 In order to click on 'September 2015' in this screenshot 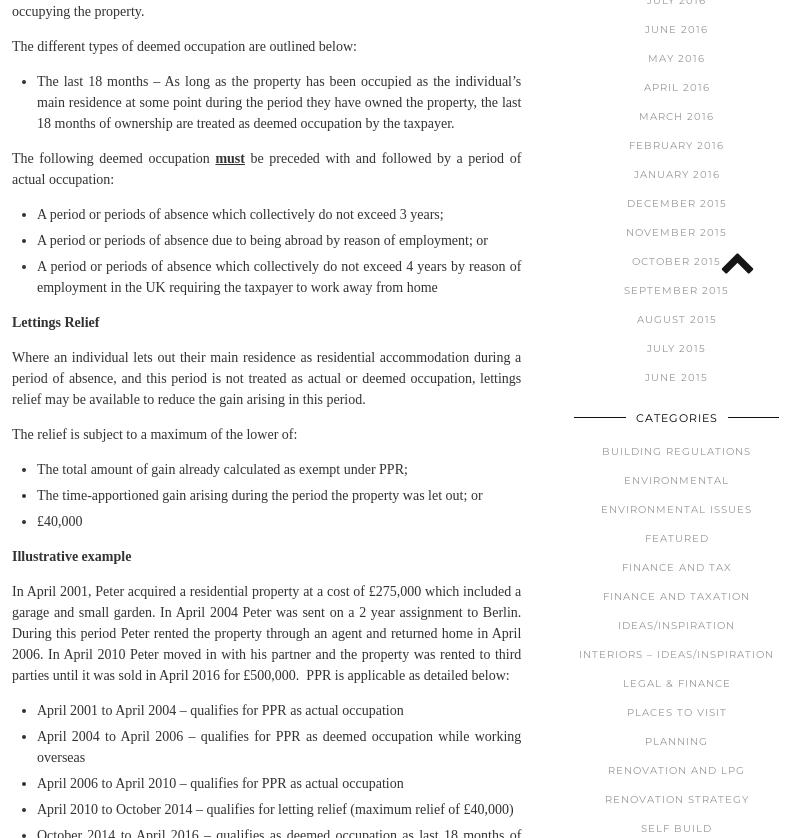, I will do `click(676, 288)`.